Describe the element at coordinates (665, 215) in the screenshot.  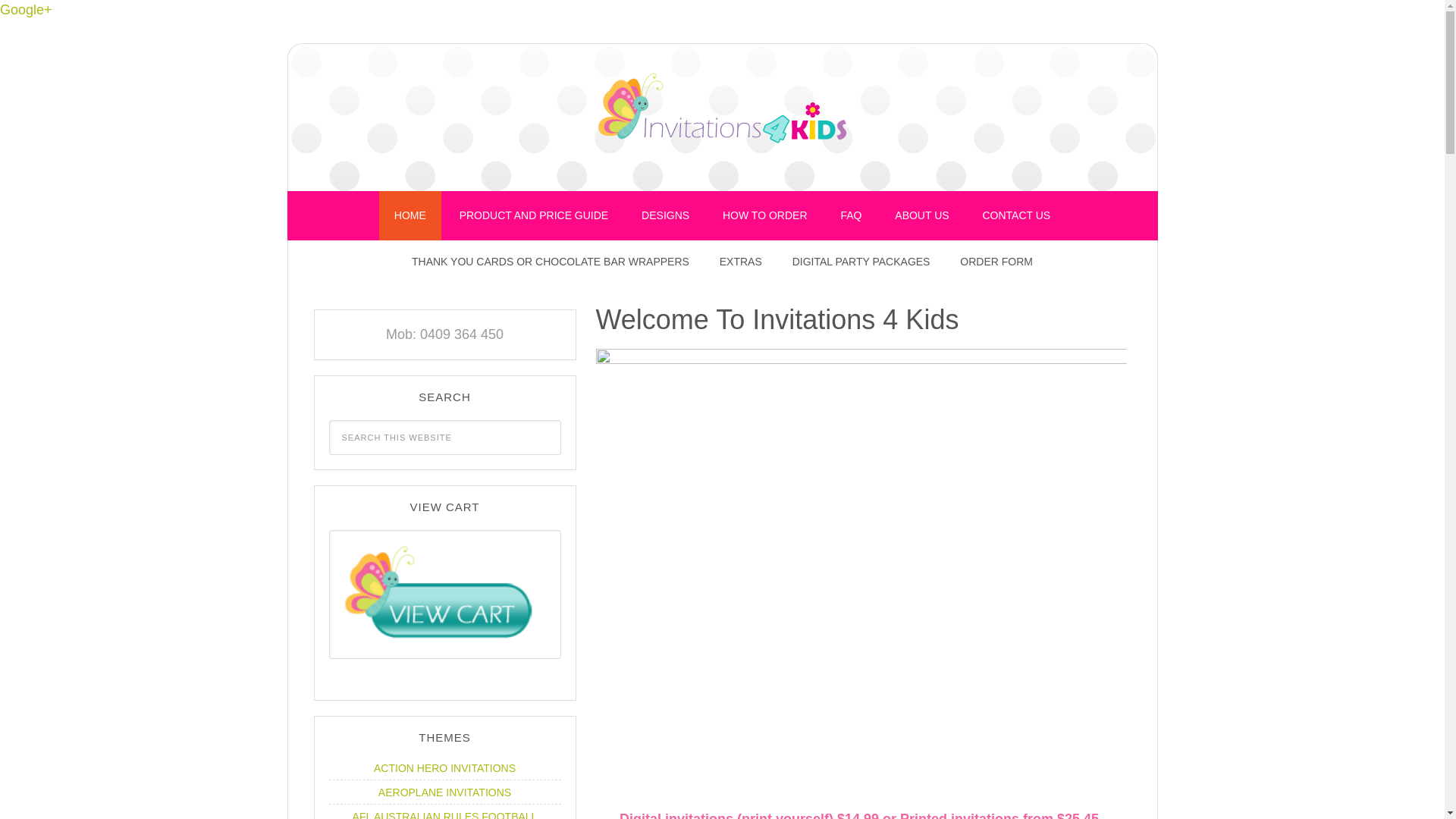
I see `'DESIGNS'` at that location.